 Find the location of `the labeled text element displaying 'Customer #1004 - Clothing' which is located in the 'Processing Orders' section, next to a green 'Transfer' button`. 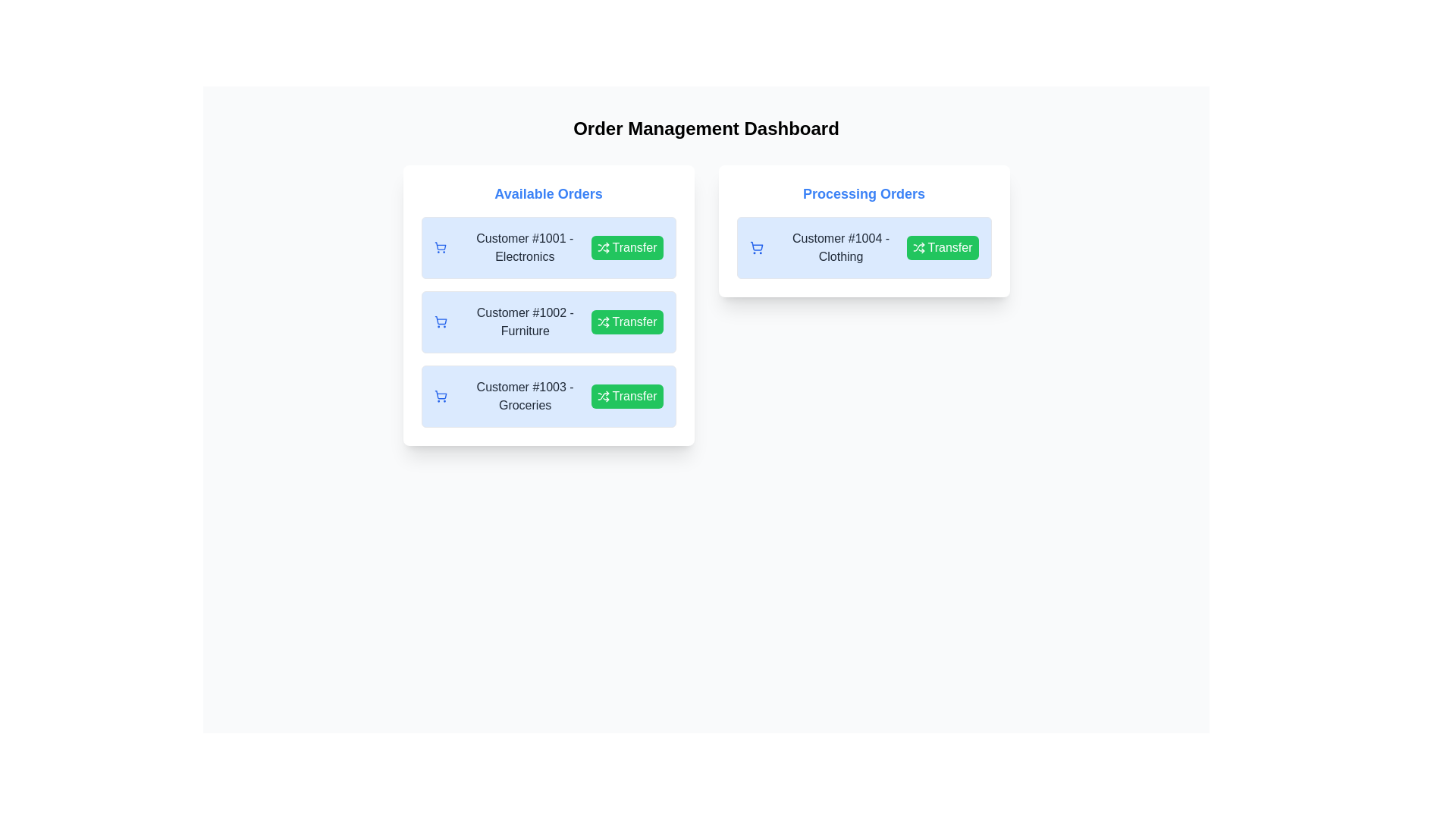

the labeled text element displaying 'Customer #1004 - Clothing' which is located in the 'Processing Orders' section, next to a green 'Transfer' button is located at coordinates (827, 247).